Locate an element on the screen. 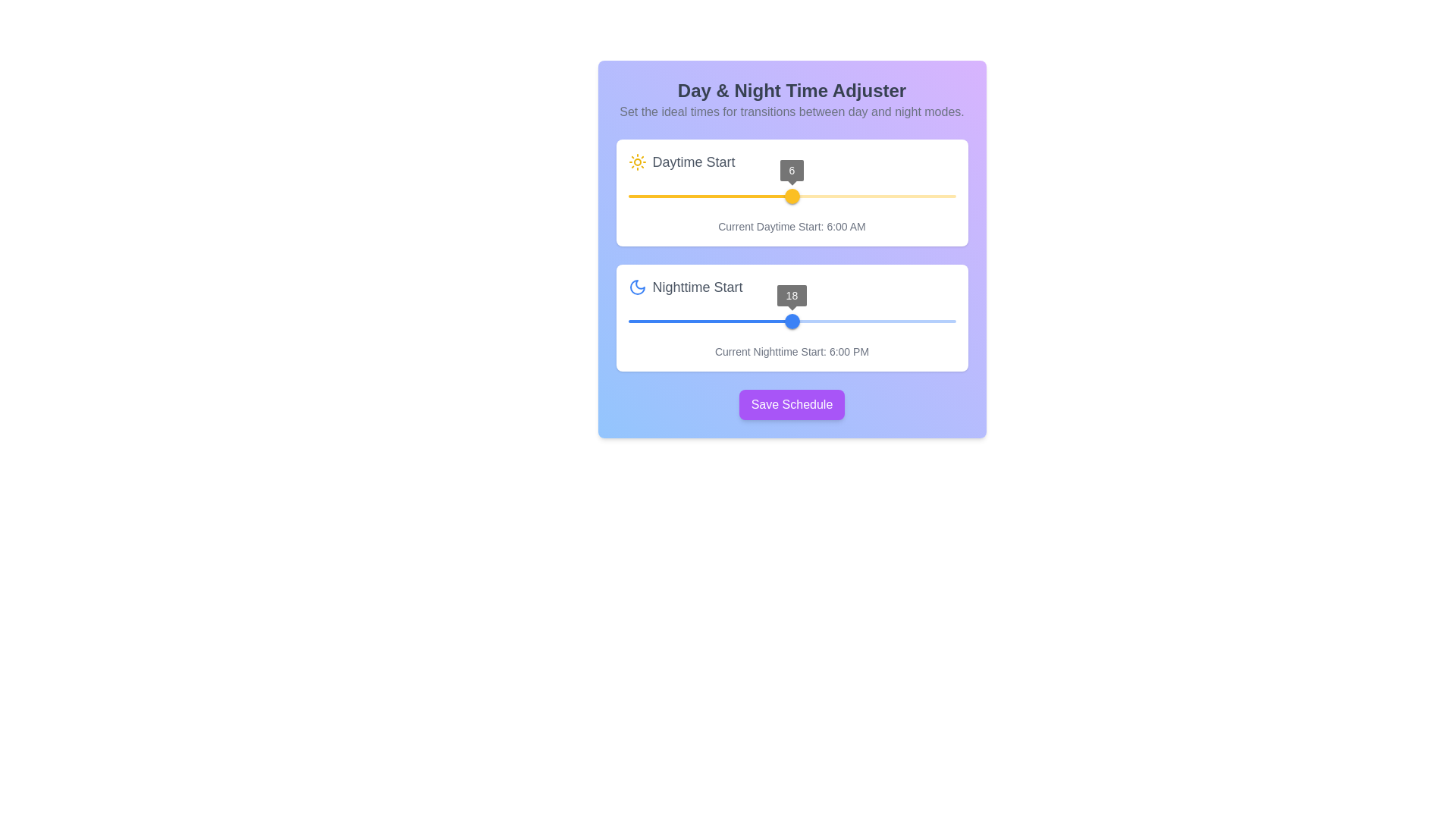  nighttime start hour is located at coordinates (682, 321).